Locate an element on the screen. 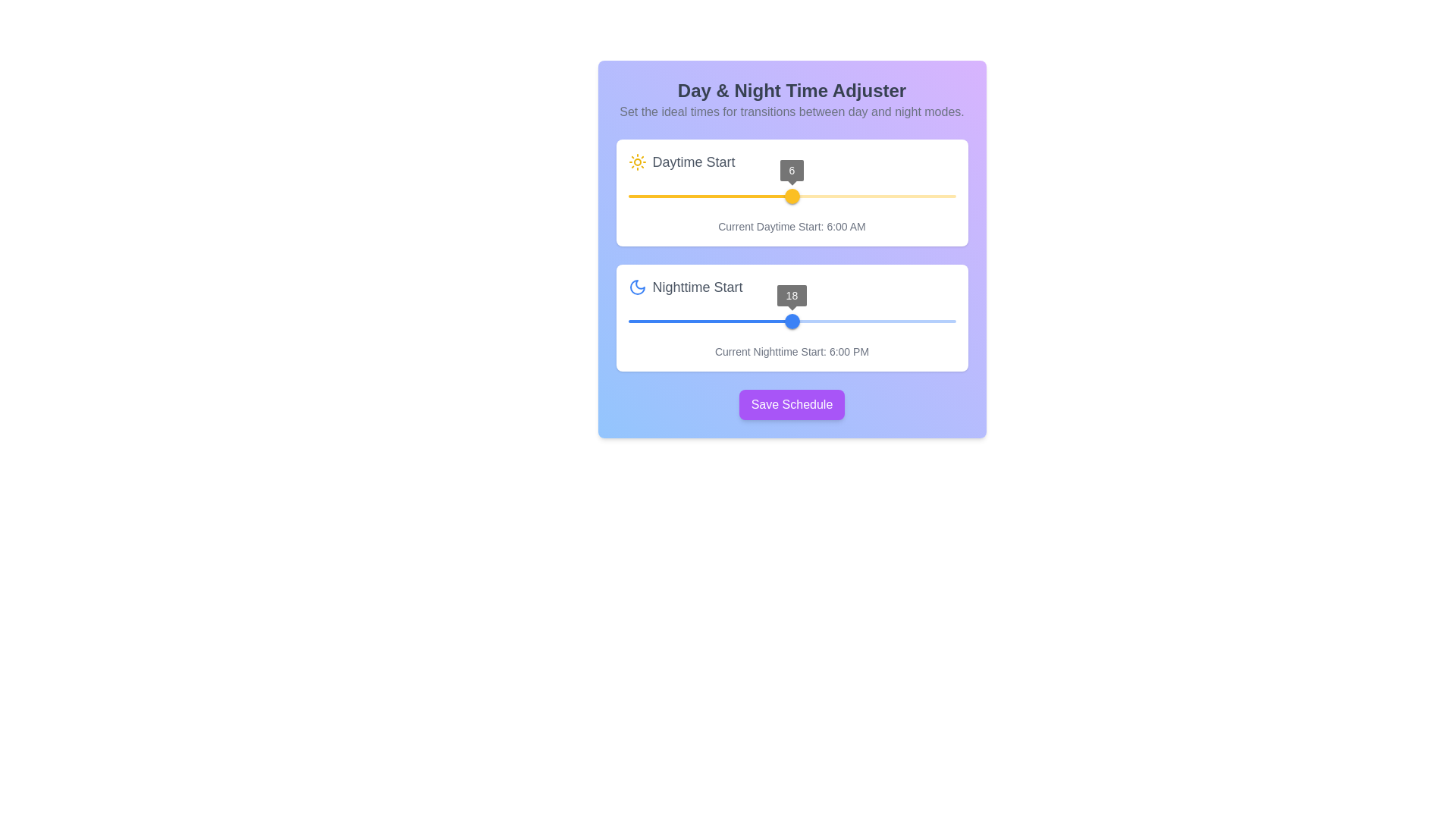  nighttime start hour is located at coordinates (682, 321).